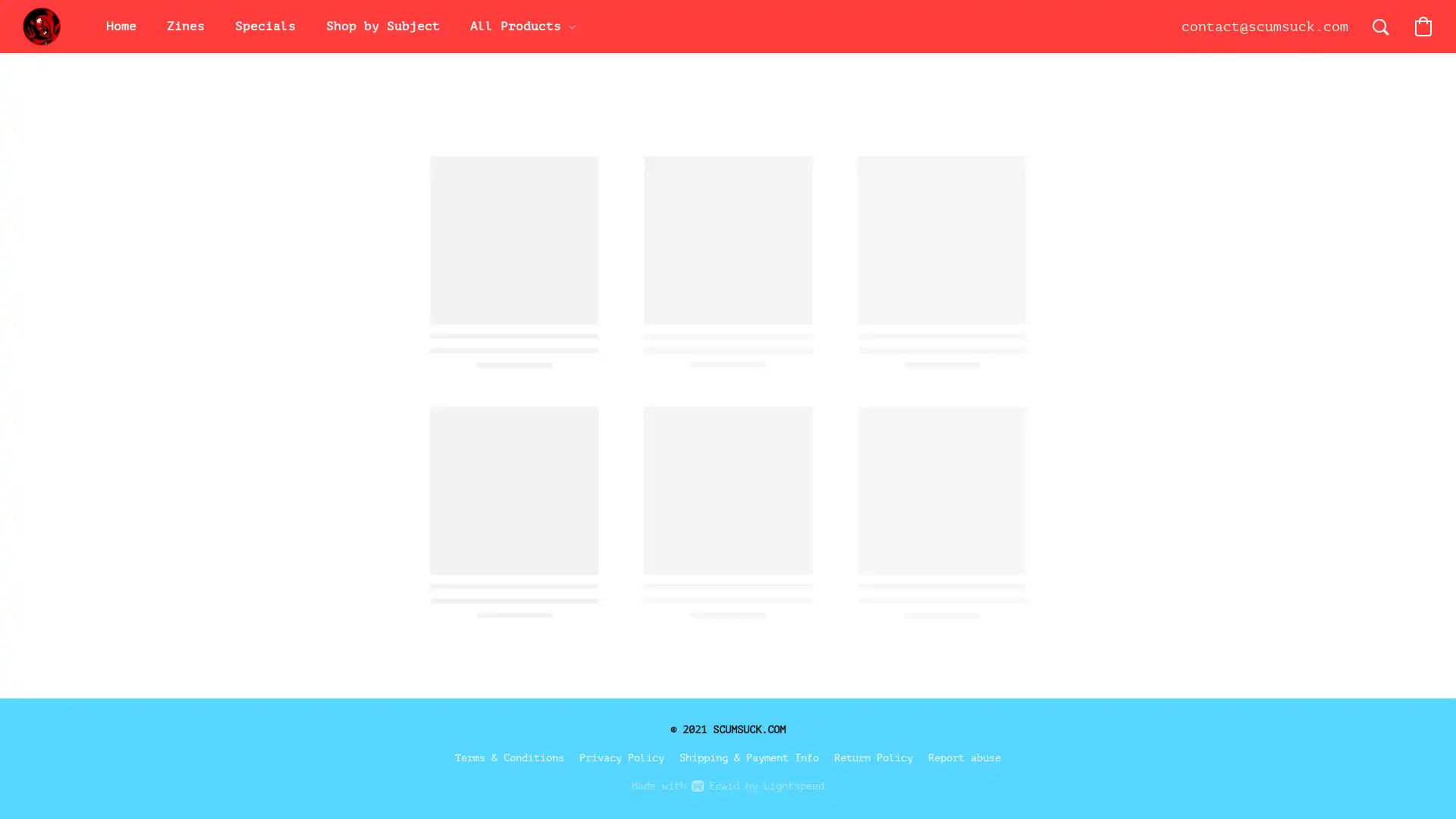 This screenshot has width=1456, height=819. Describe the element at coordinates (940, 661) in the screenshot. I see `Save this product for later` at that location.